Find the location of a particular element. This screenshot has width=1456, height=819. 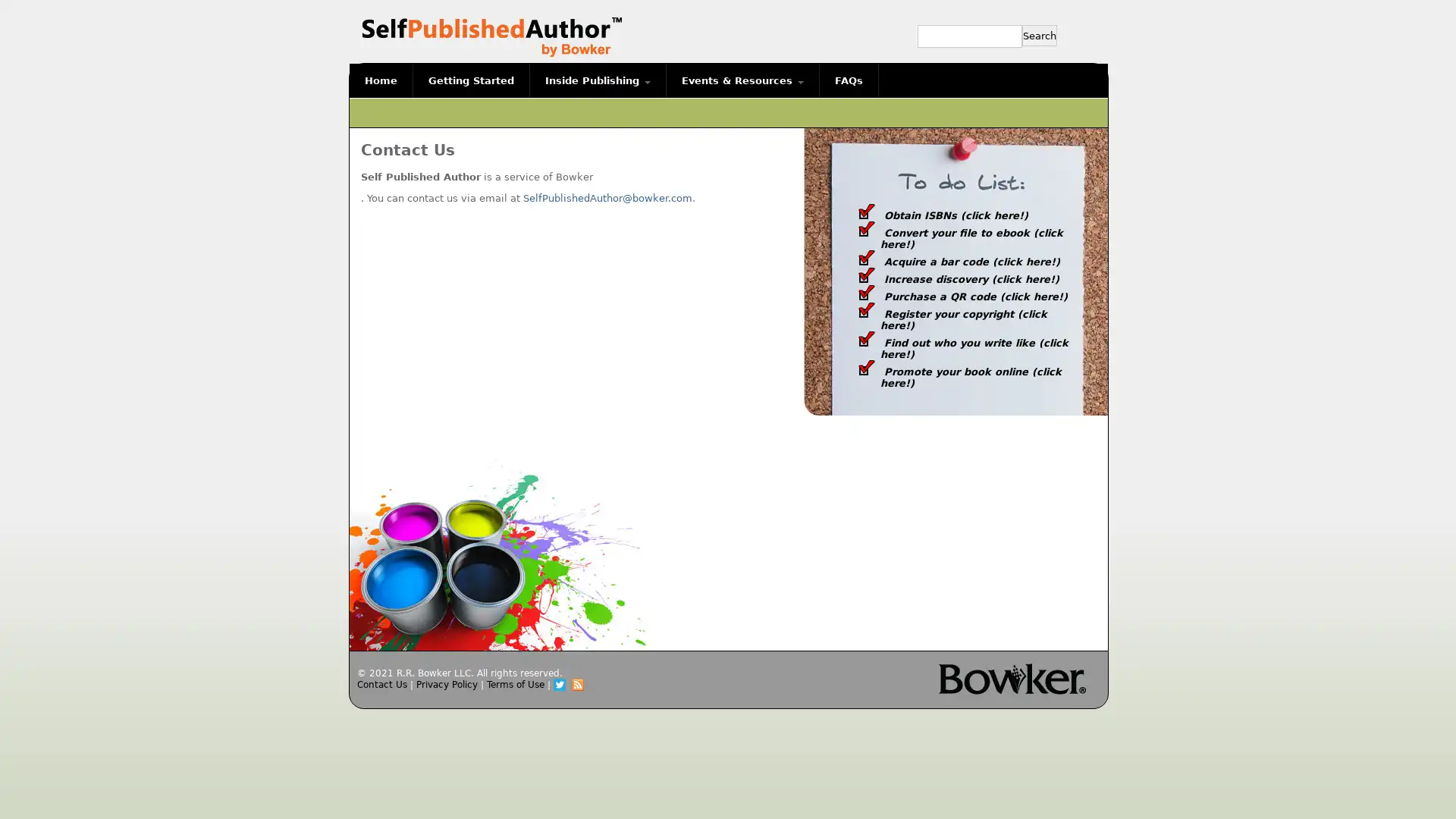

Search is located at coordinates (1039, 34).